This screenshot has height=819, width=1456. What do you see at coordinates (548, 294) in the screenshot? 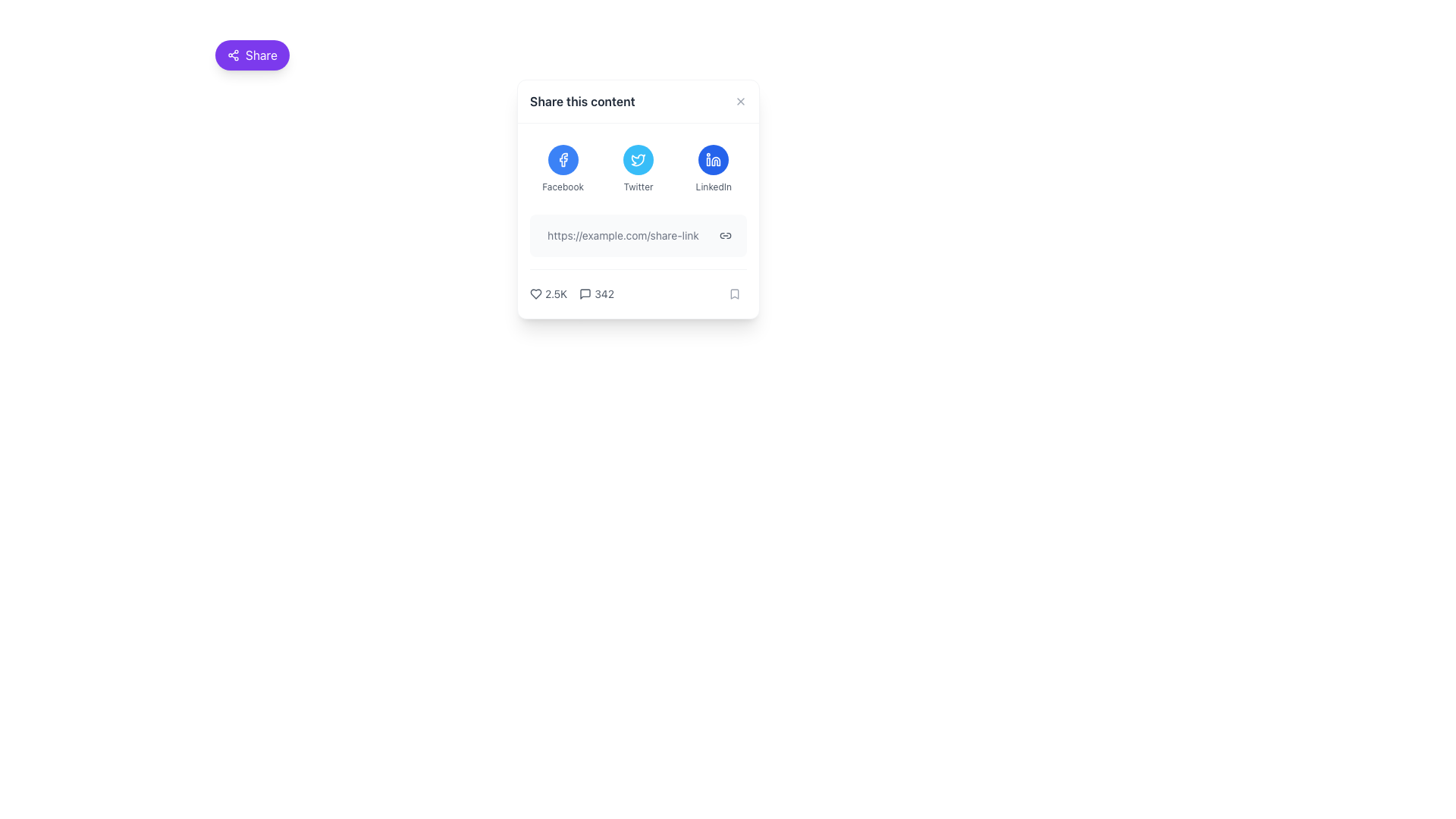
I see `the interactive text displaying the number of likes or favorites, located near the bottom-left of the sharing options panel` at bounding box center [548, 294].